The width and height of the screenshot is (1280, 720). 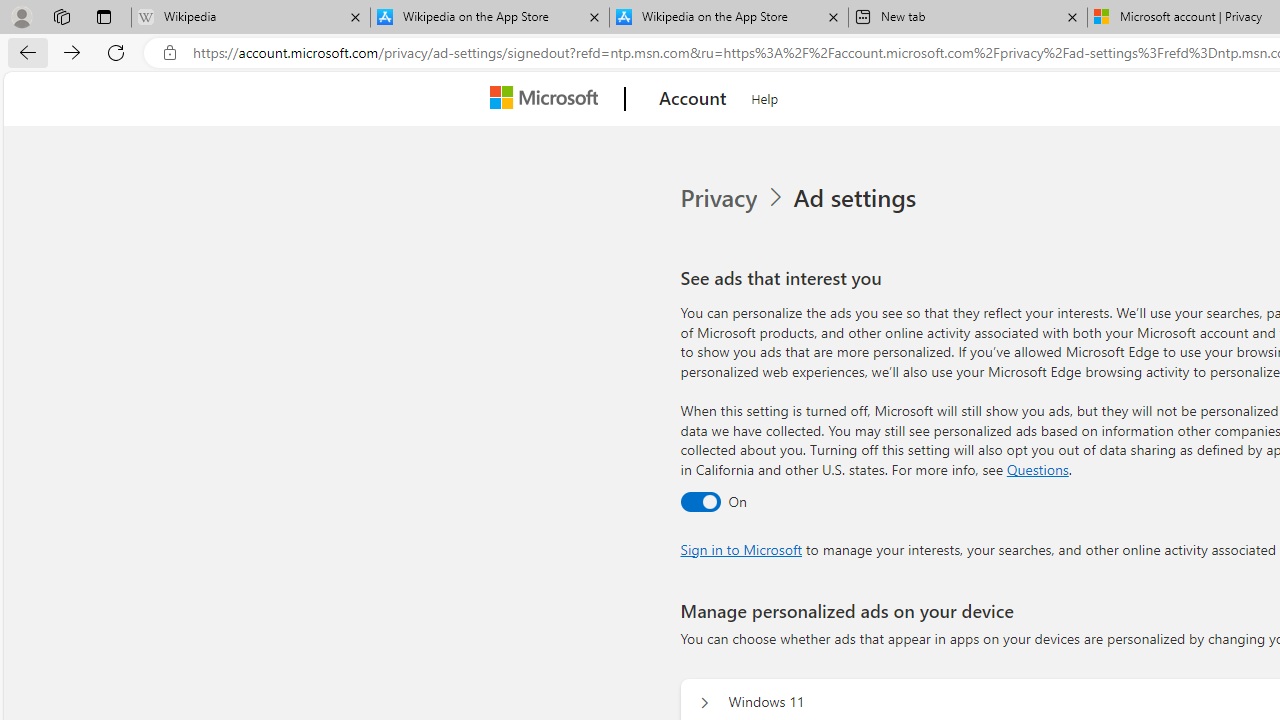 What do you see at coordinates (61, 16) in the screenshot?
I see `'Workspaces'` at bounding box center [61, 16].